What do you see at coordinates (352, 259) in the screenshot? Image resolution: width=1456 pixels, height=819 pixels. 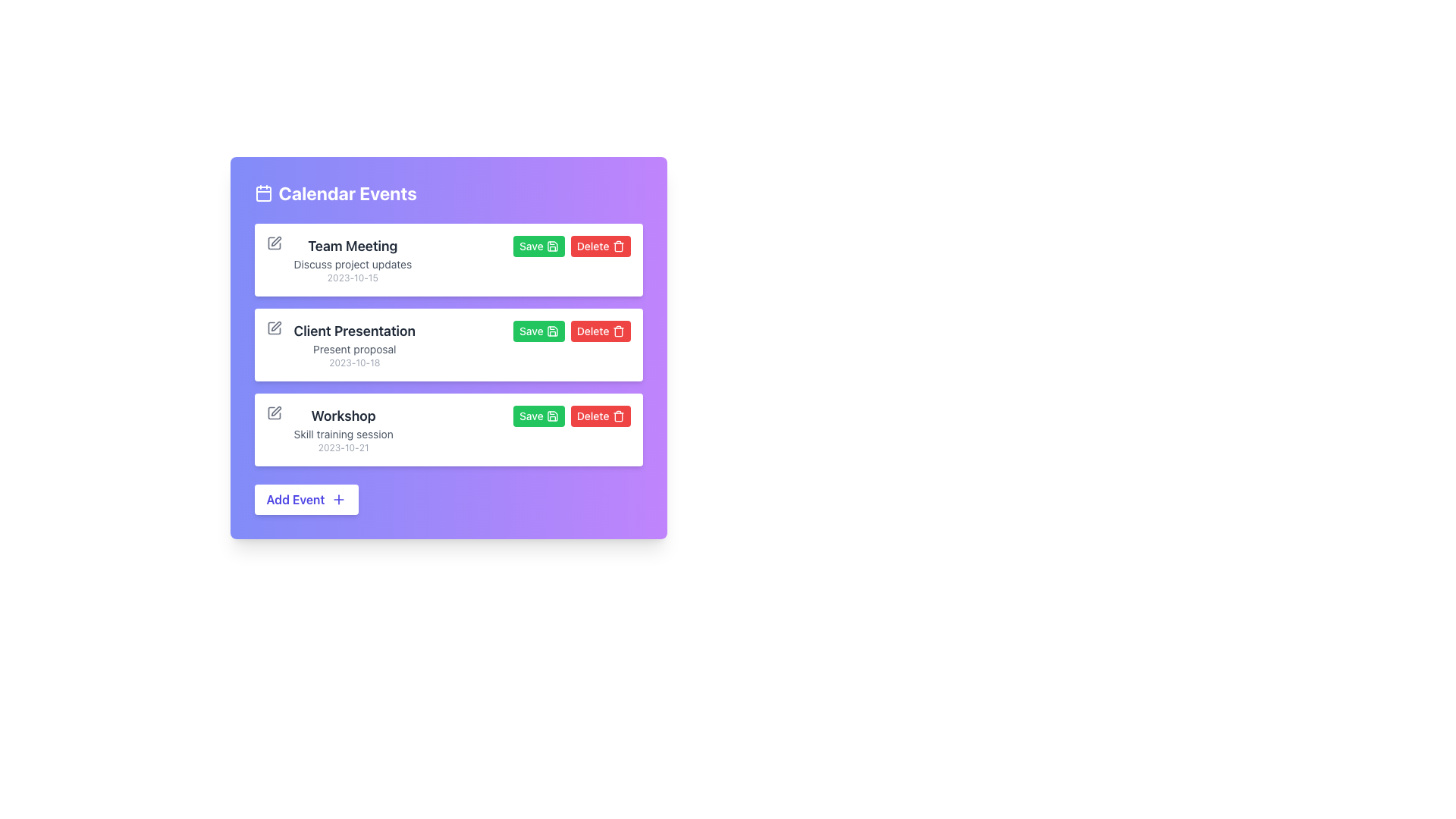 I see `the first event summary card` at bounding box center [352, 259].